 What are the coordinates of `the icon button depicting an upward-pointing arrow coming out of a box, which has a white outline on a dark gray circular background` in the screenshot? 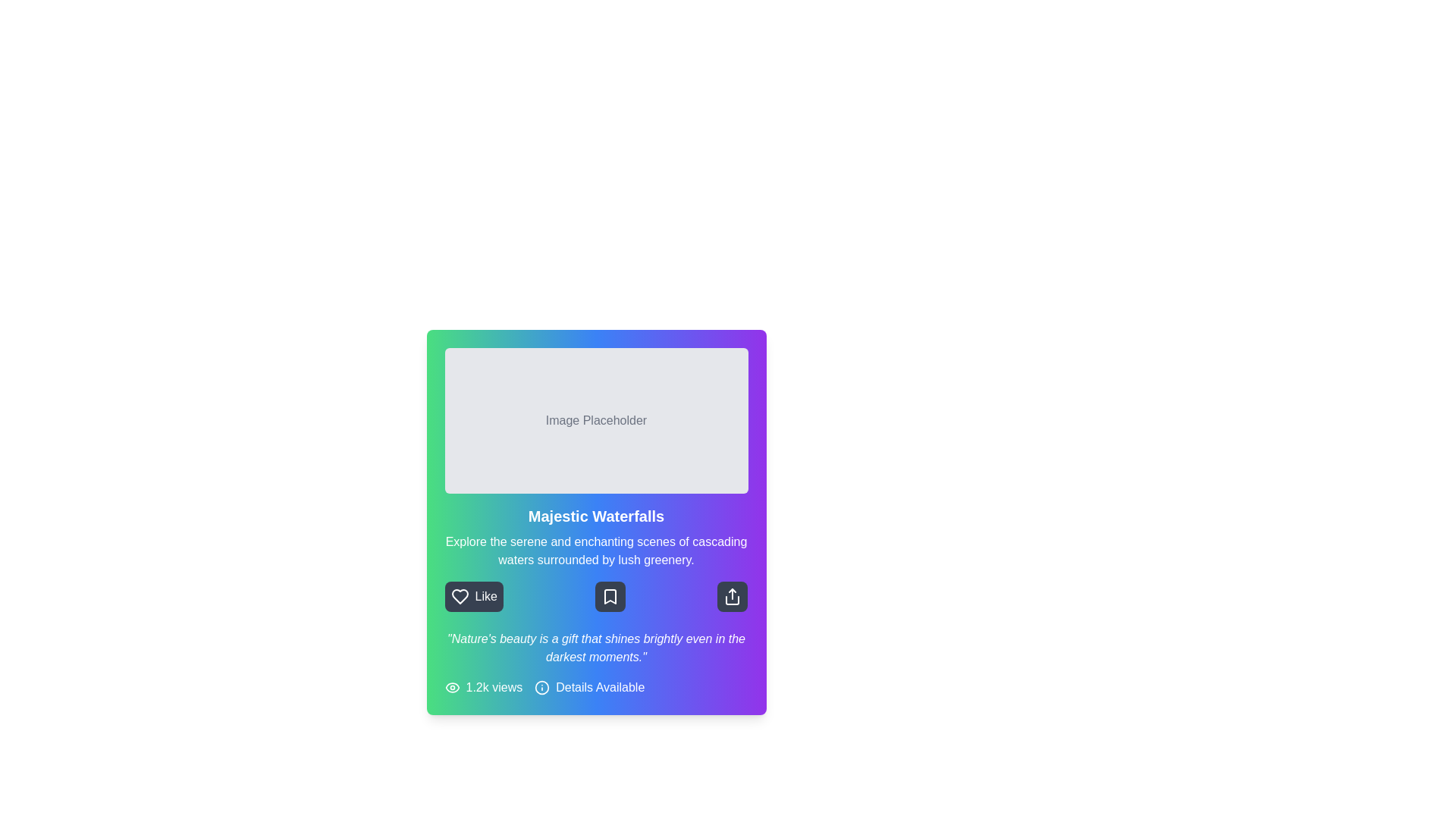 It's located at (733, 595).